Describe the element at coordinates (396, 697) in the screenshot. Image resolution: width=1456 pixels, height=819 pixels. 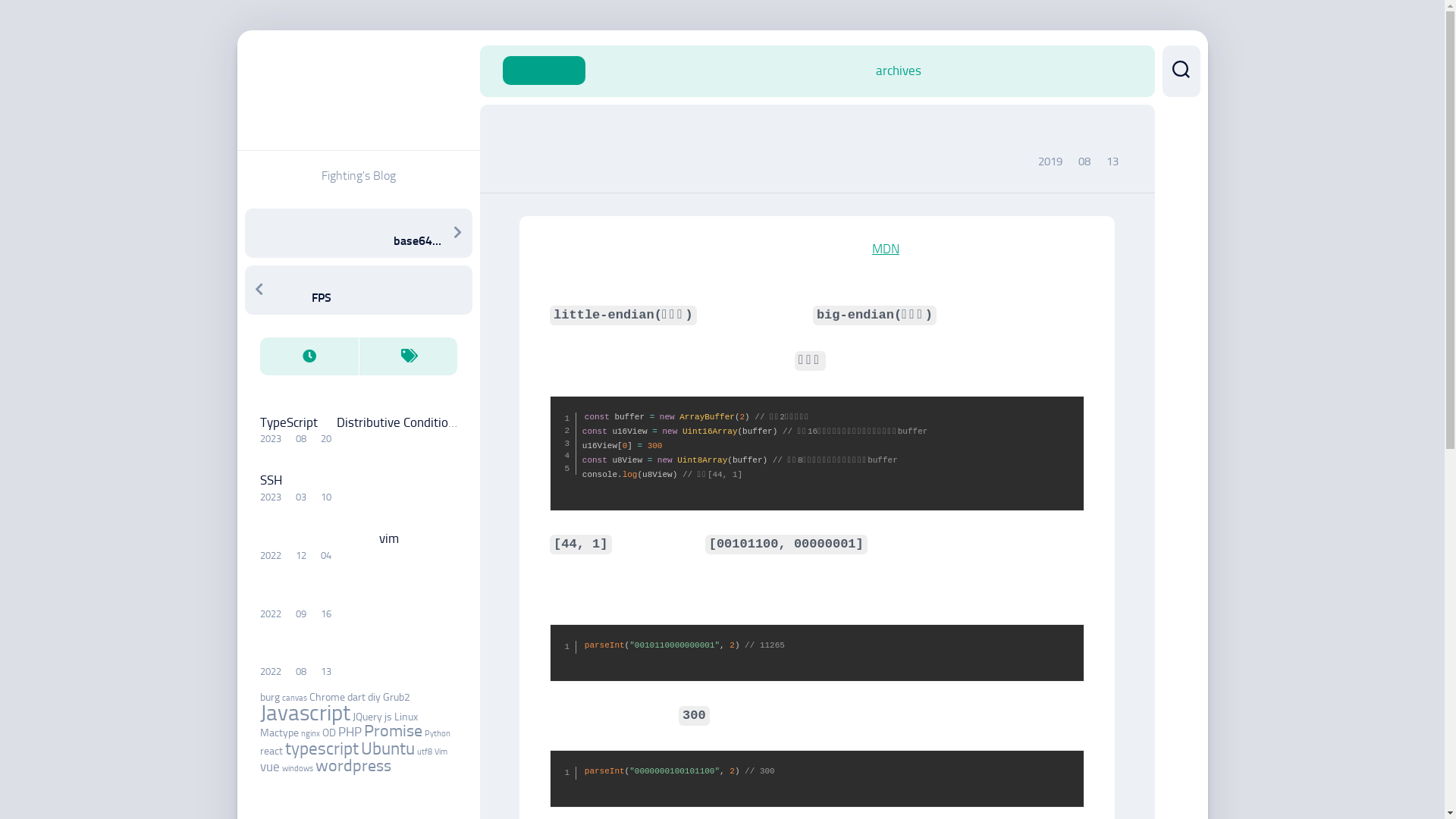
I see `'Grub2'` at that location.